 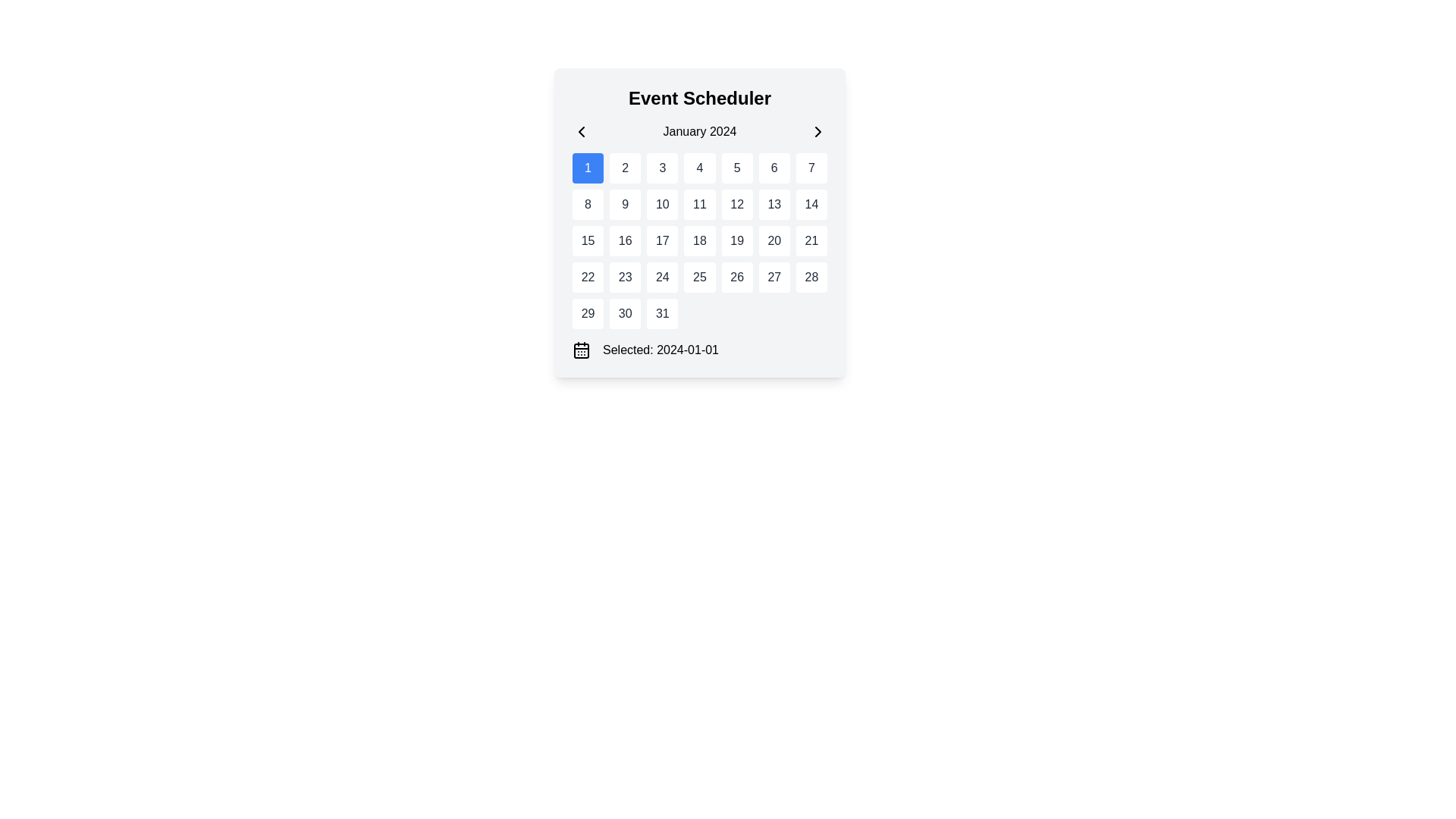 I want to click on the leftward-facing chevron icon, so click(x=581, y=130).